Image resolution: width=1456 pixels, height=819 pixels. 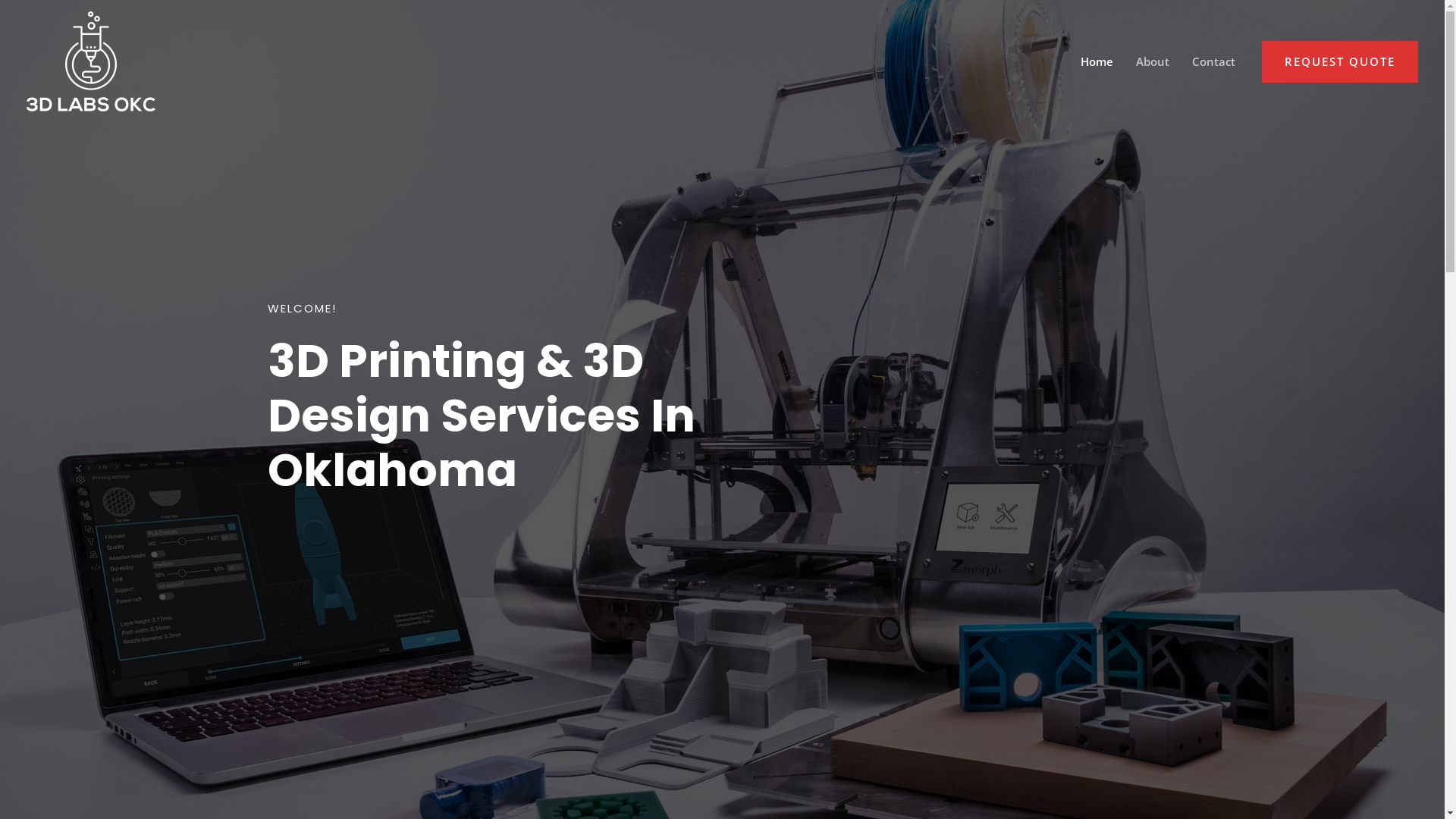 What do you see at coordinates (1097, 61) in the screenshot?
I see `'Home'` at bounding box center [1097, 61].